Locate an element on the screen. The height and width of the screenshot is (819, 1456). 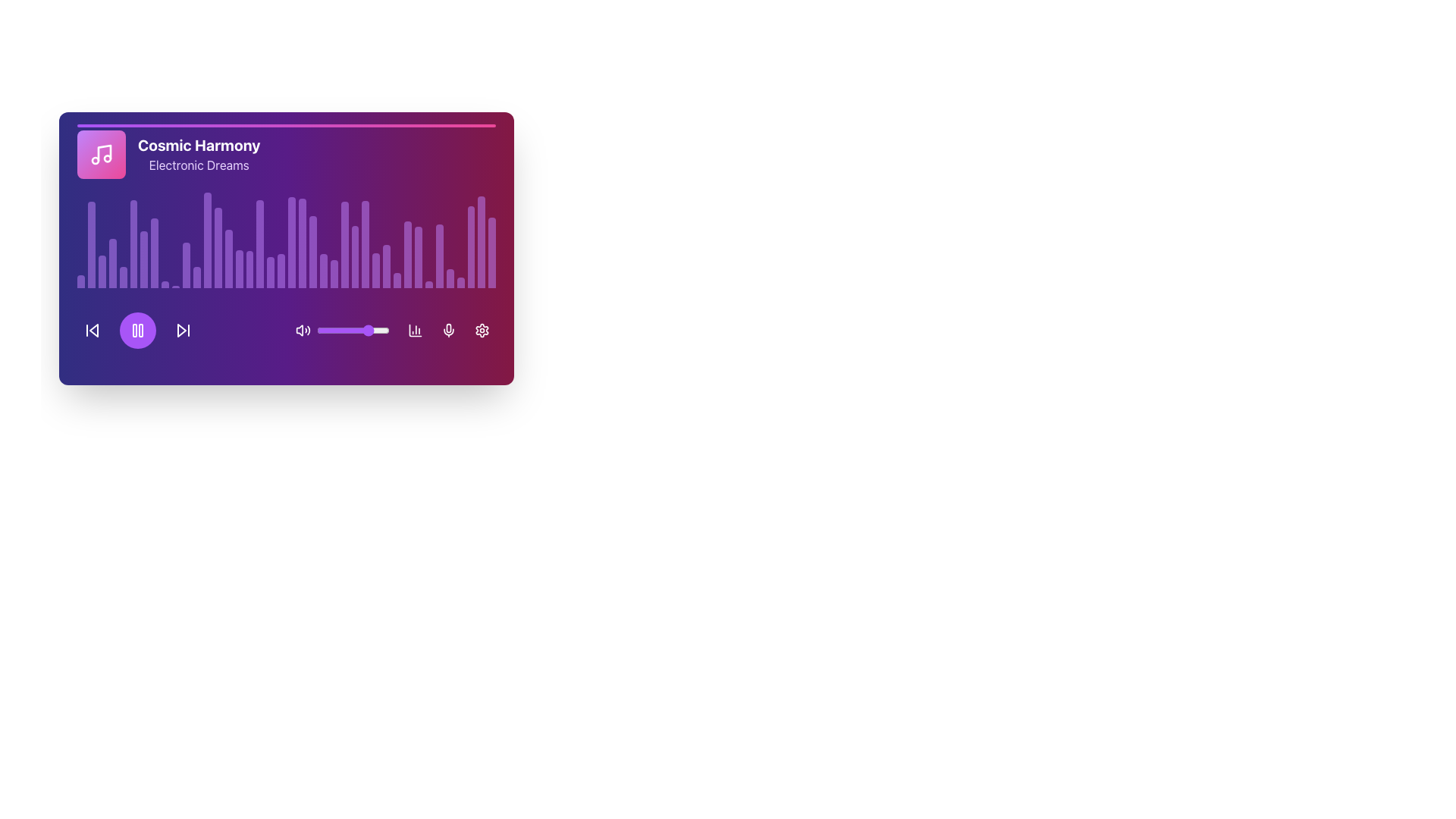
the pause button icon, which consists of two vertical bars on a purple circular background, located near the center bottom of the music player interface is located at coordinates (138, 329).